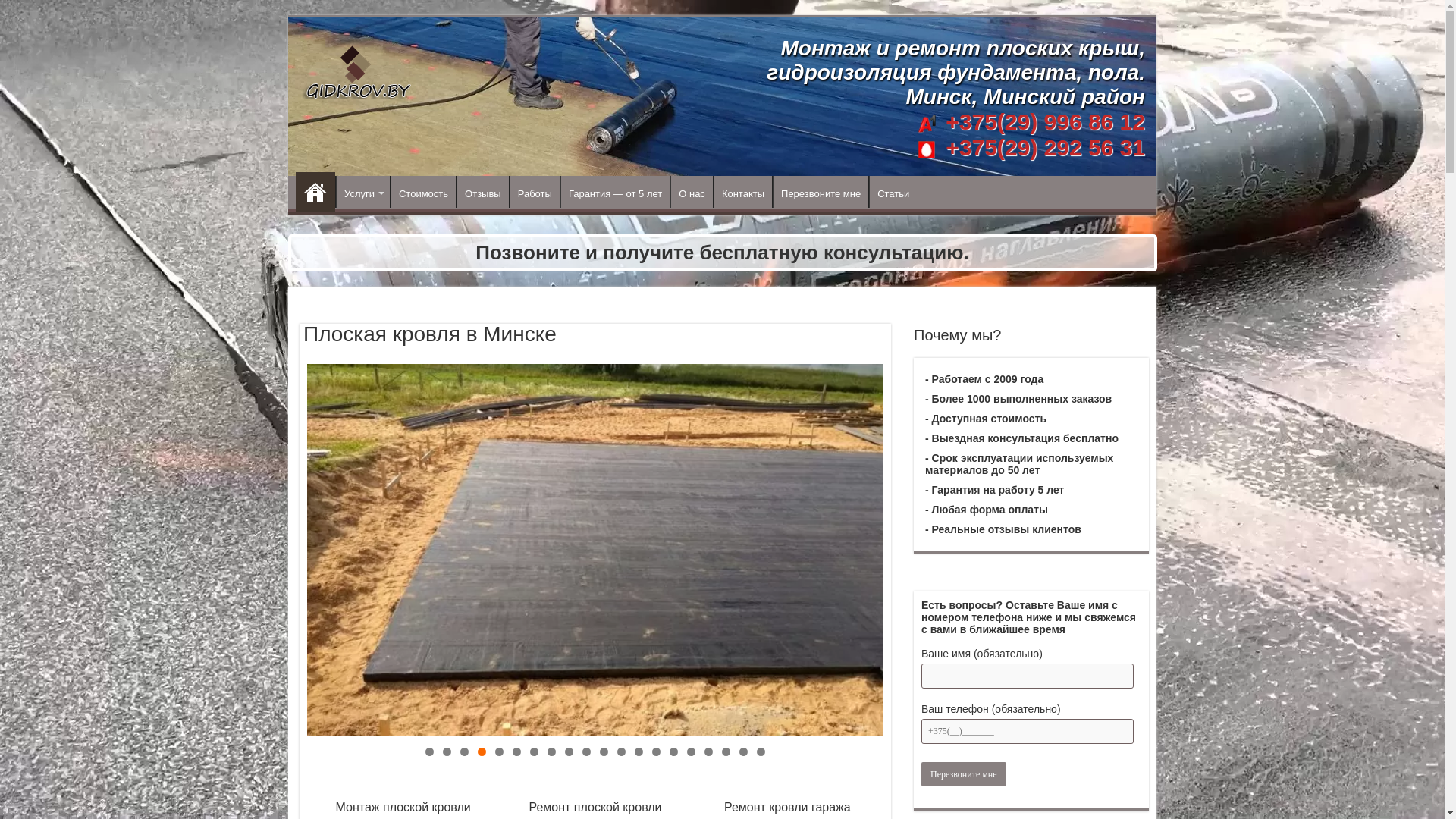 This screenshot has height=819, width=1456. I want to click on '16', so click(690, 752).